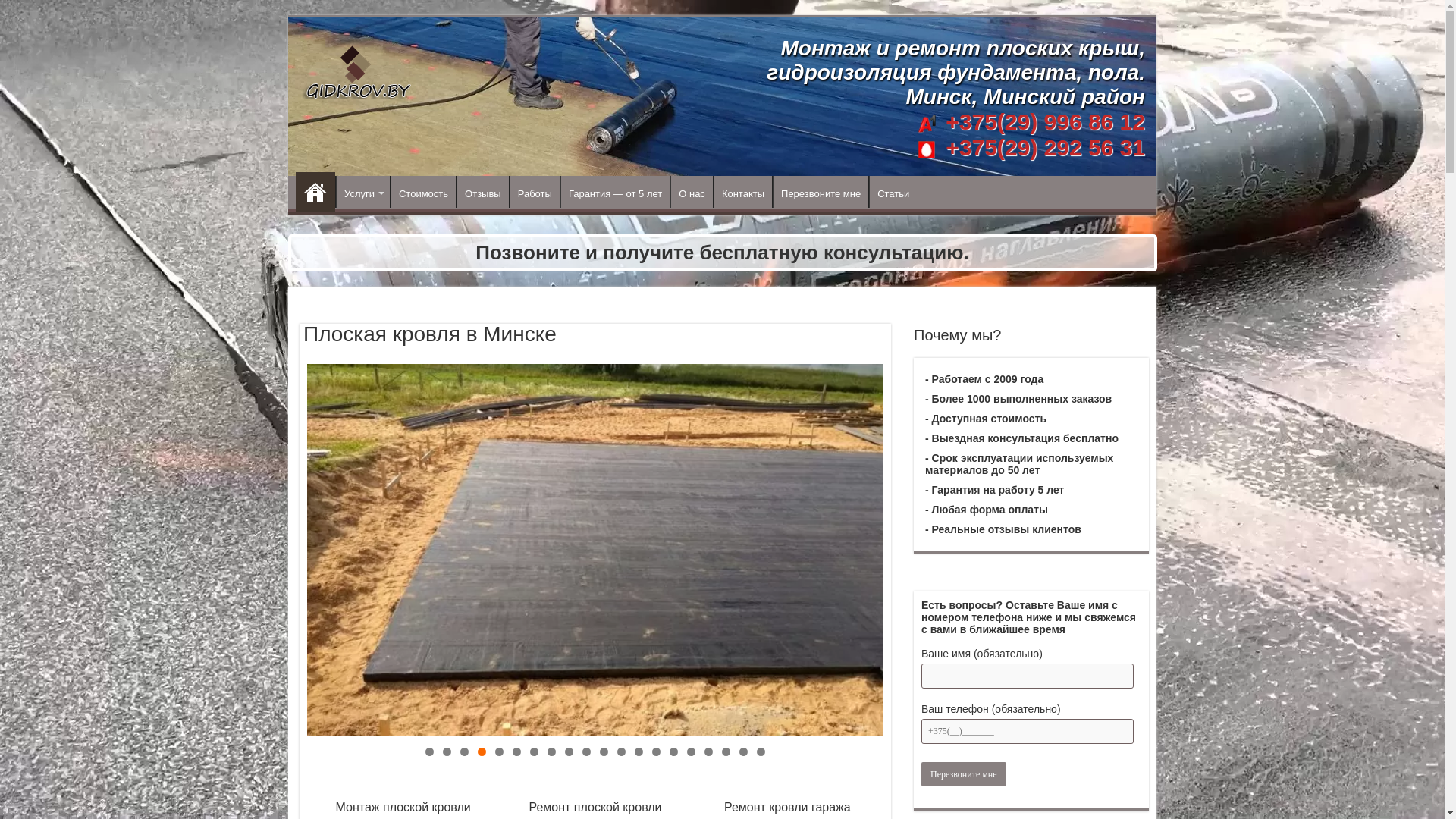 This screenshot has height=819, width=1456. I want to click on '16', so click(690, 752).